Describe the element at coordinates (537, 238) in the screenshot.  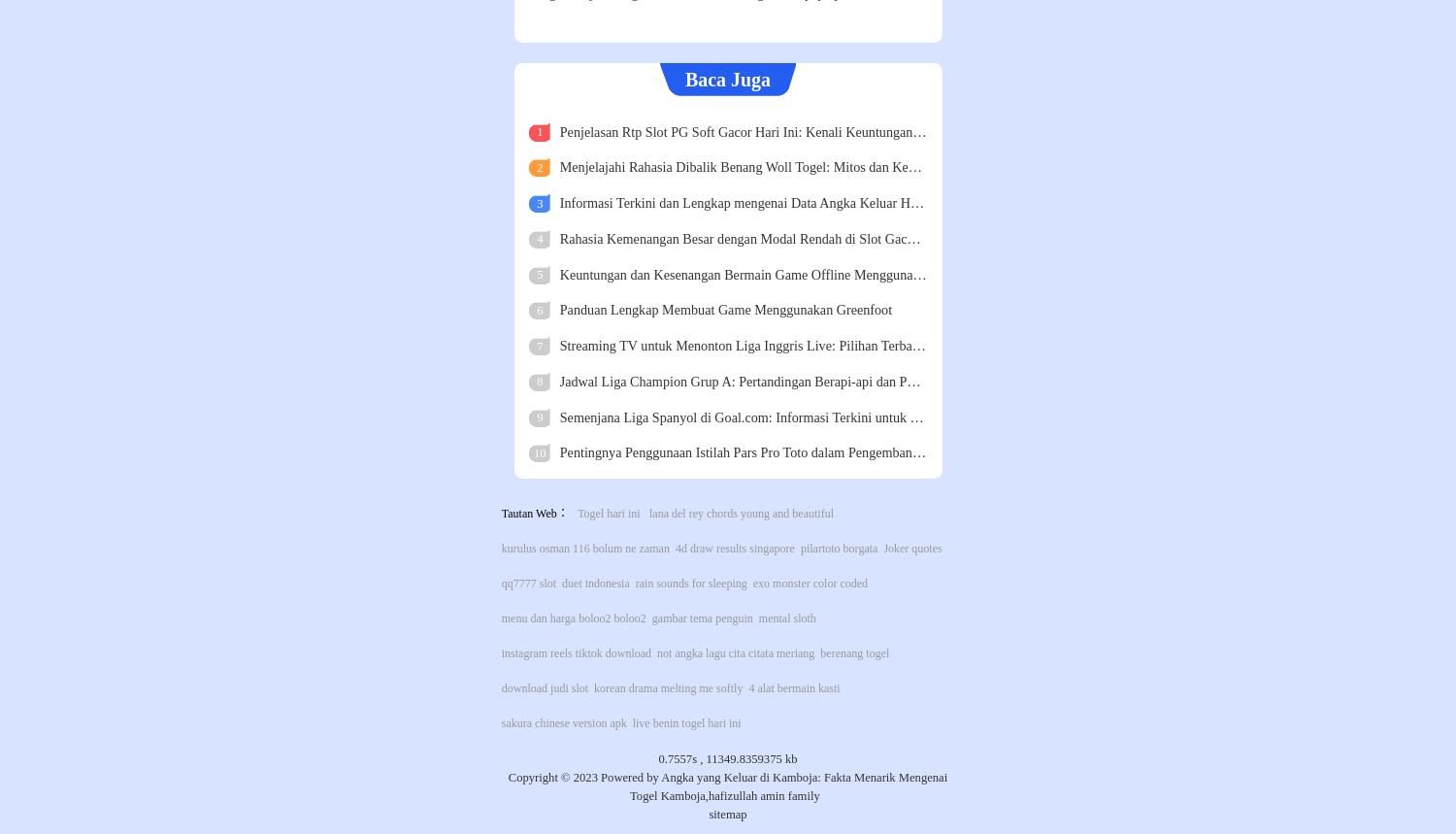
I see `'4'` at that location.